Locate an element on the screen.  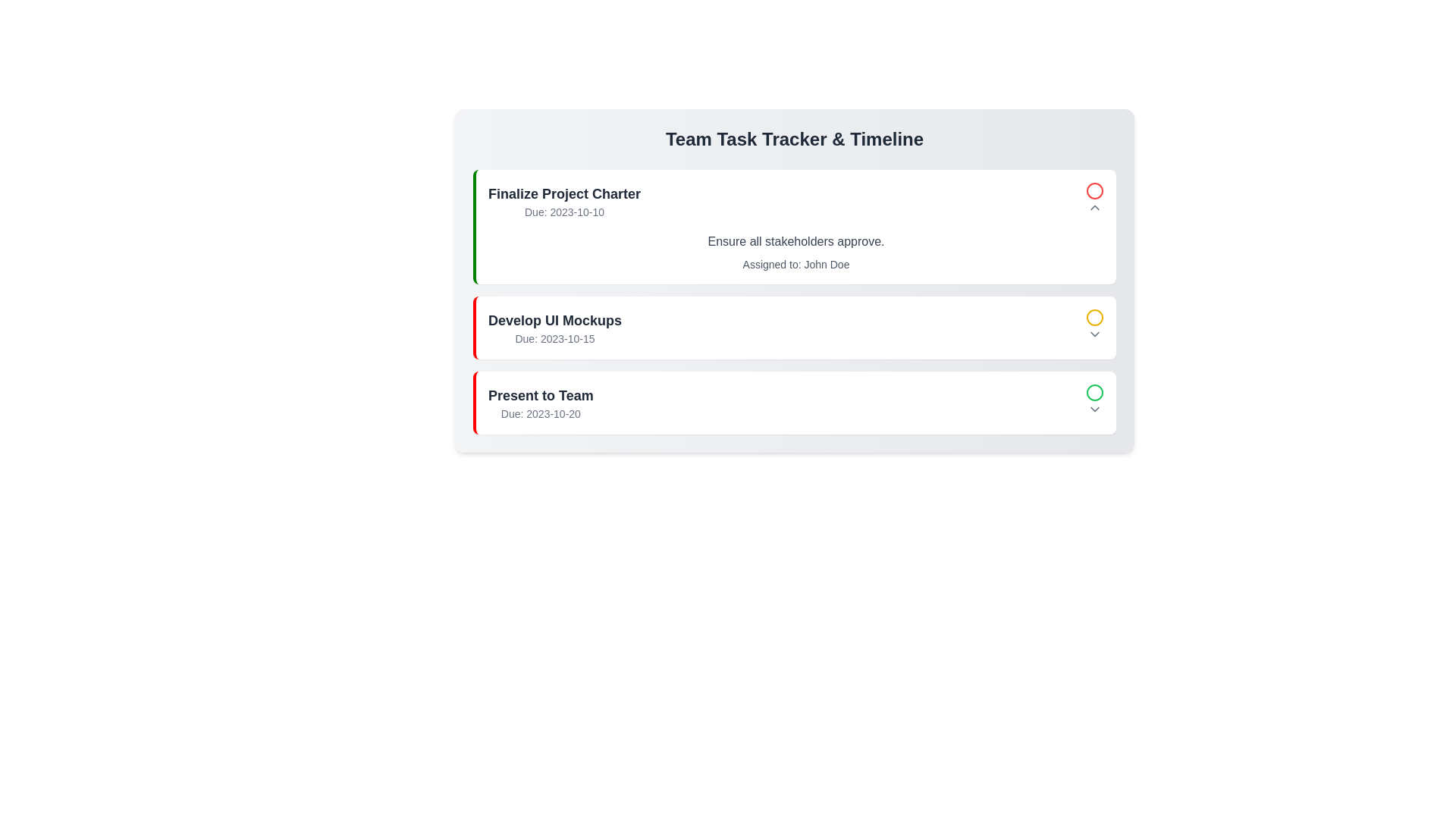
the Indicator icon at the right end of the first row in the vertical list of task items, which serves as a visual status indicator is located at coordinates (1095, 190).